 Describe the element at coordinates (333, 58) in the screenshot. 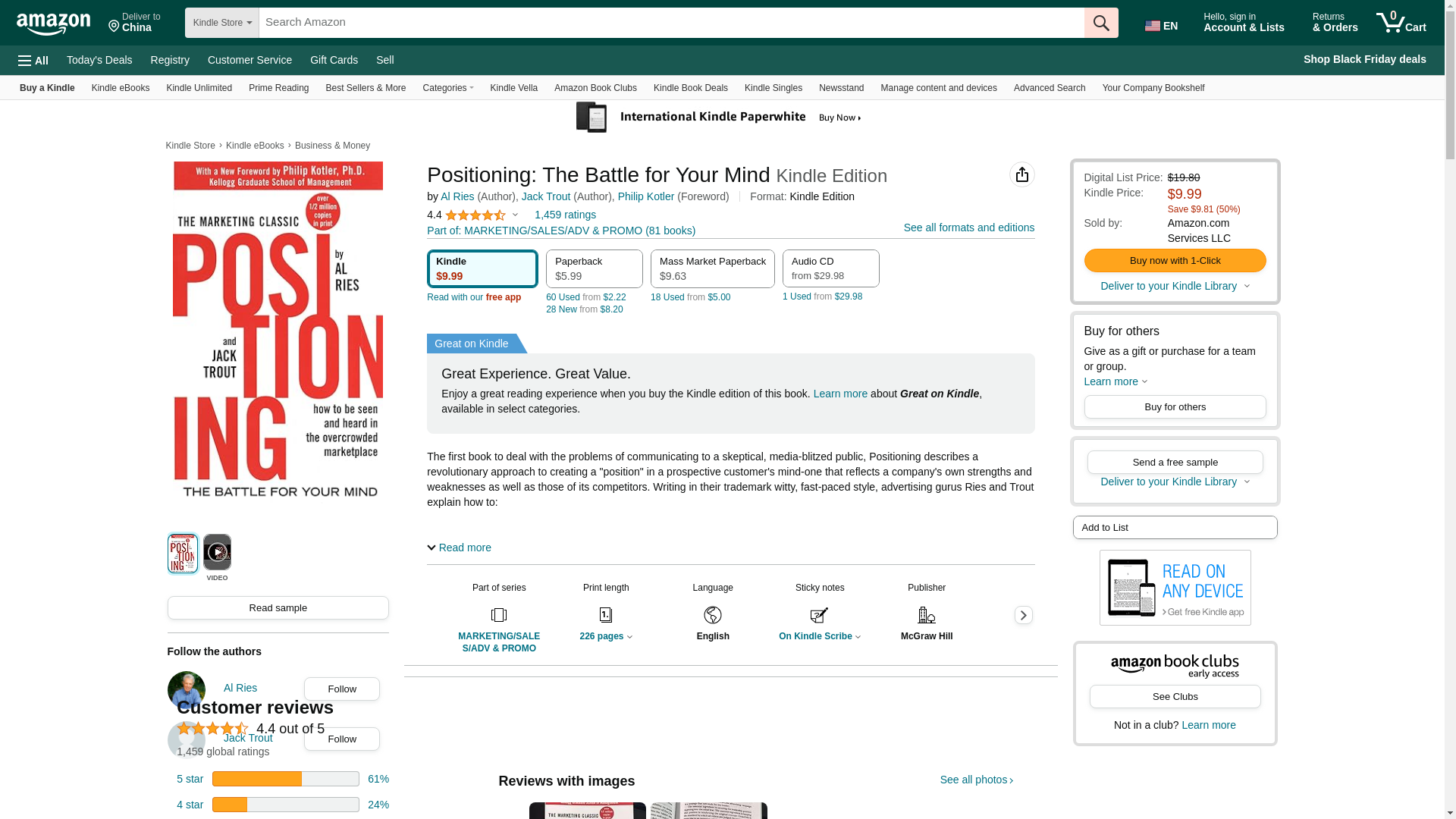

I see `'Gift Cards'` at that location.